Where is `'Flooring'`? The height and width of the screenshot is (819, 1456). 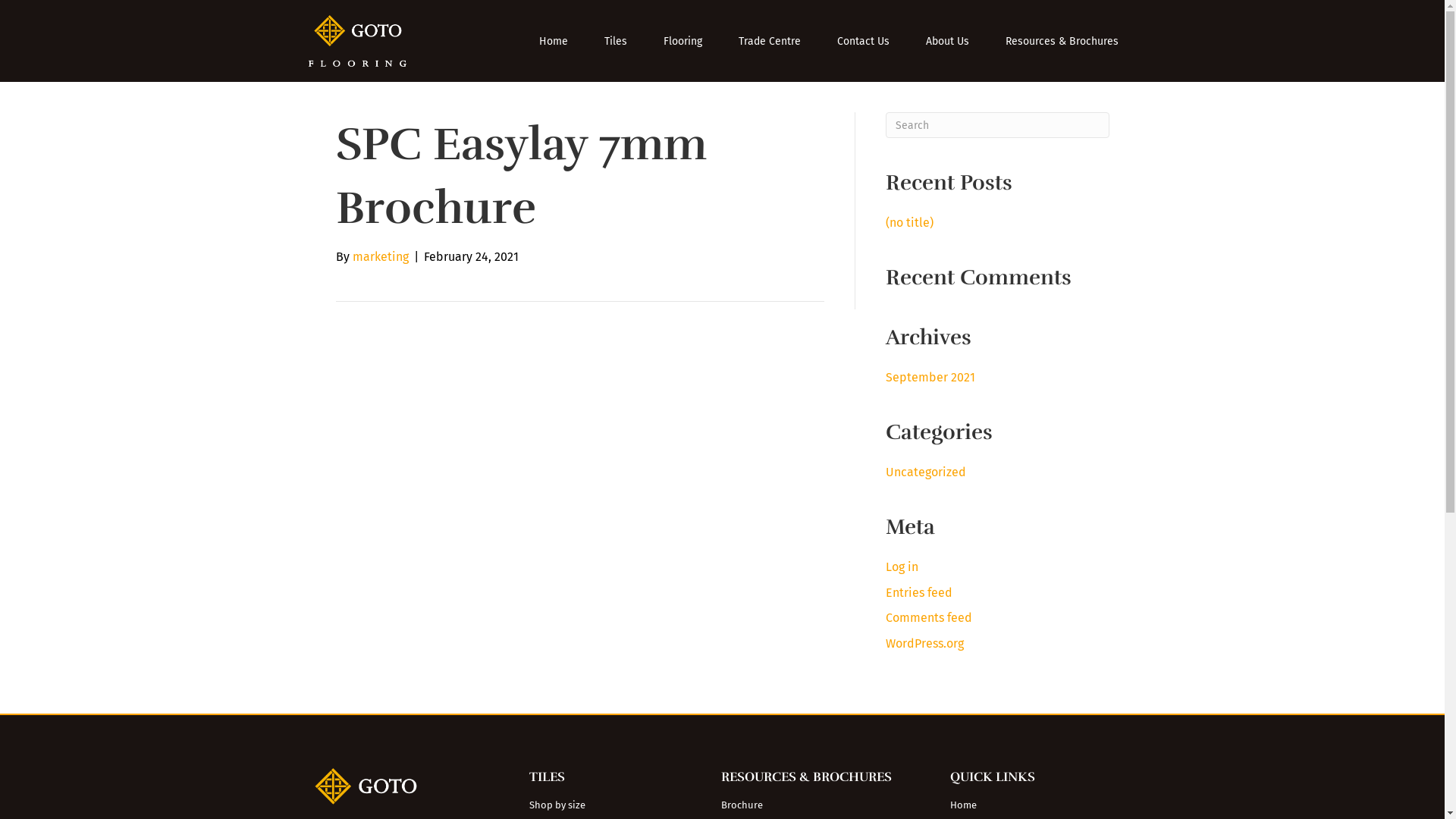 'Flooring' is located at coordinates (651, 40).